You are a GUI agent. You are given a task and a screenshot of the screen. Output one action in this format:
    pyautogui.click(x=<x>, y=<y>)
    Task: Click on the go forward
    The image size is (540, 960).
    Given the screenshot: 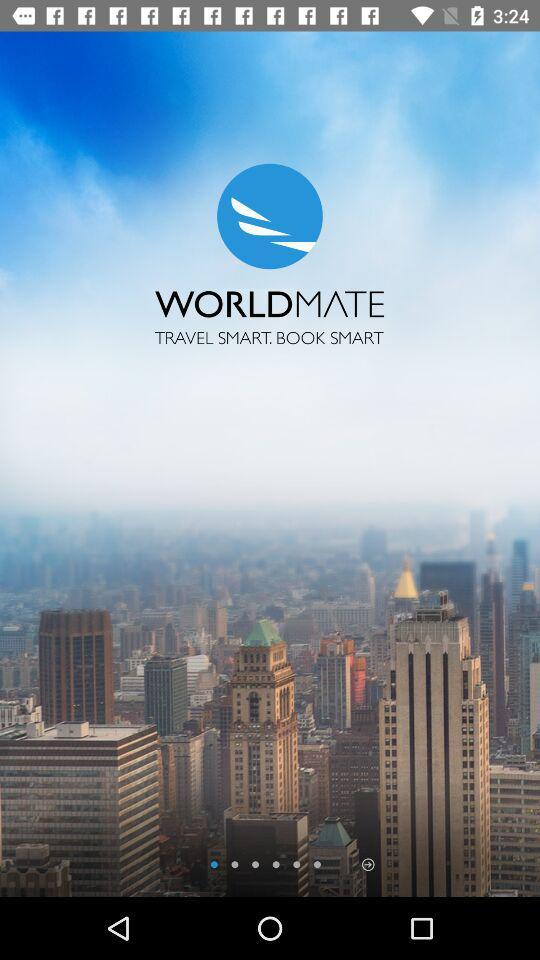 What is the action you would take?
    pyautogui.click(x=367, y=863)
    